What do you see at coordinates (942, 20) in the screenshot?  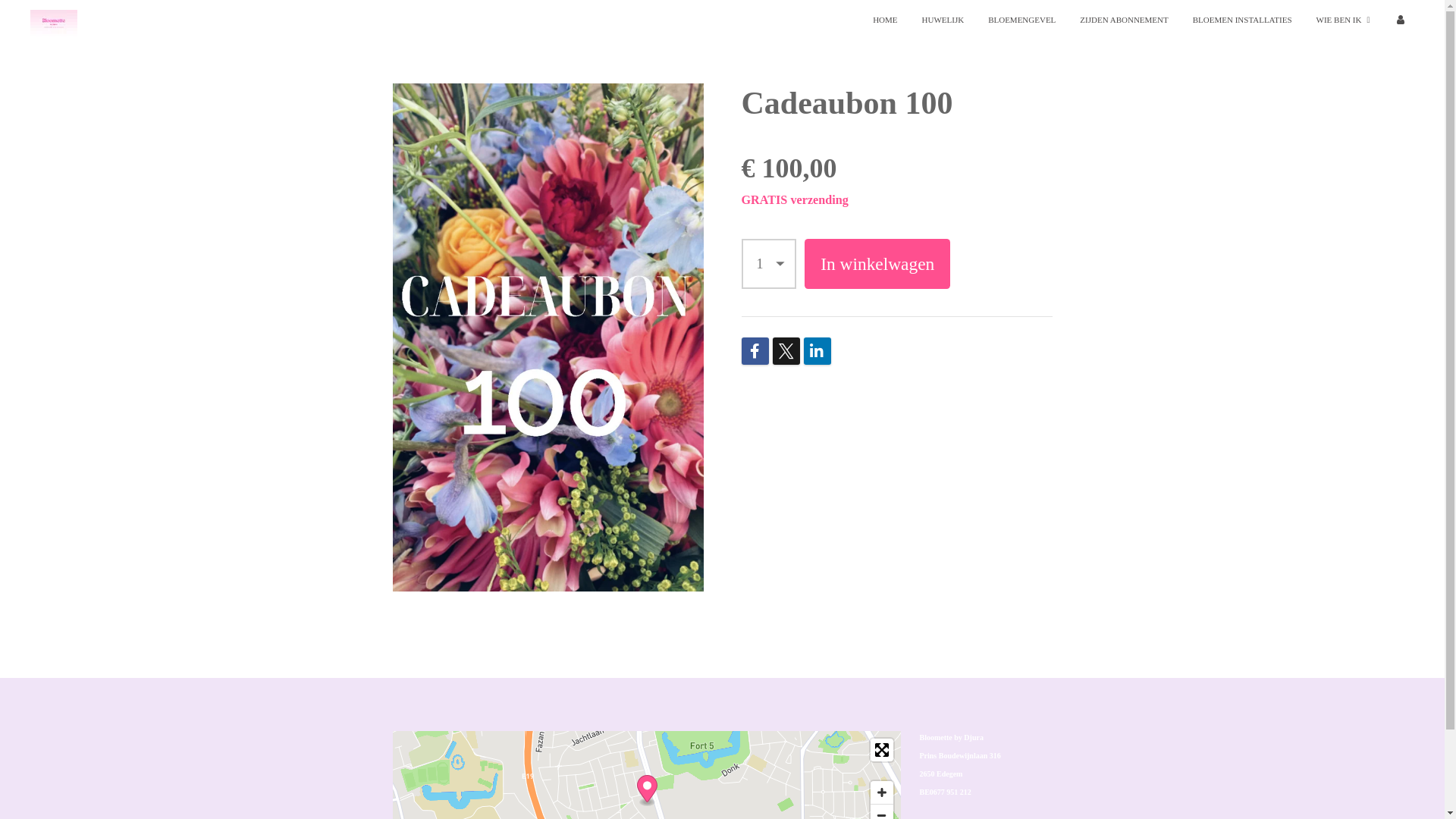 I see `'HUWELIJK'` at bounding box center [942, 20].